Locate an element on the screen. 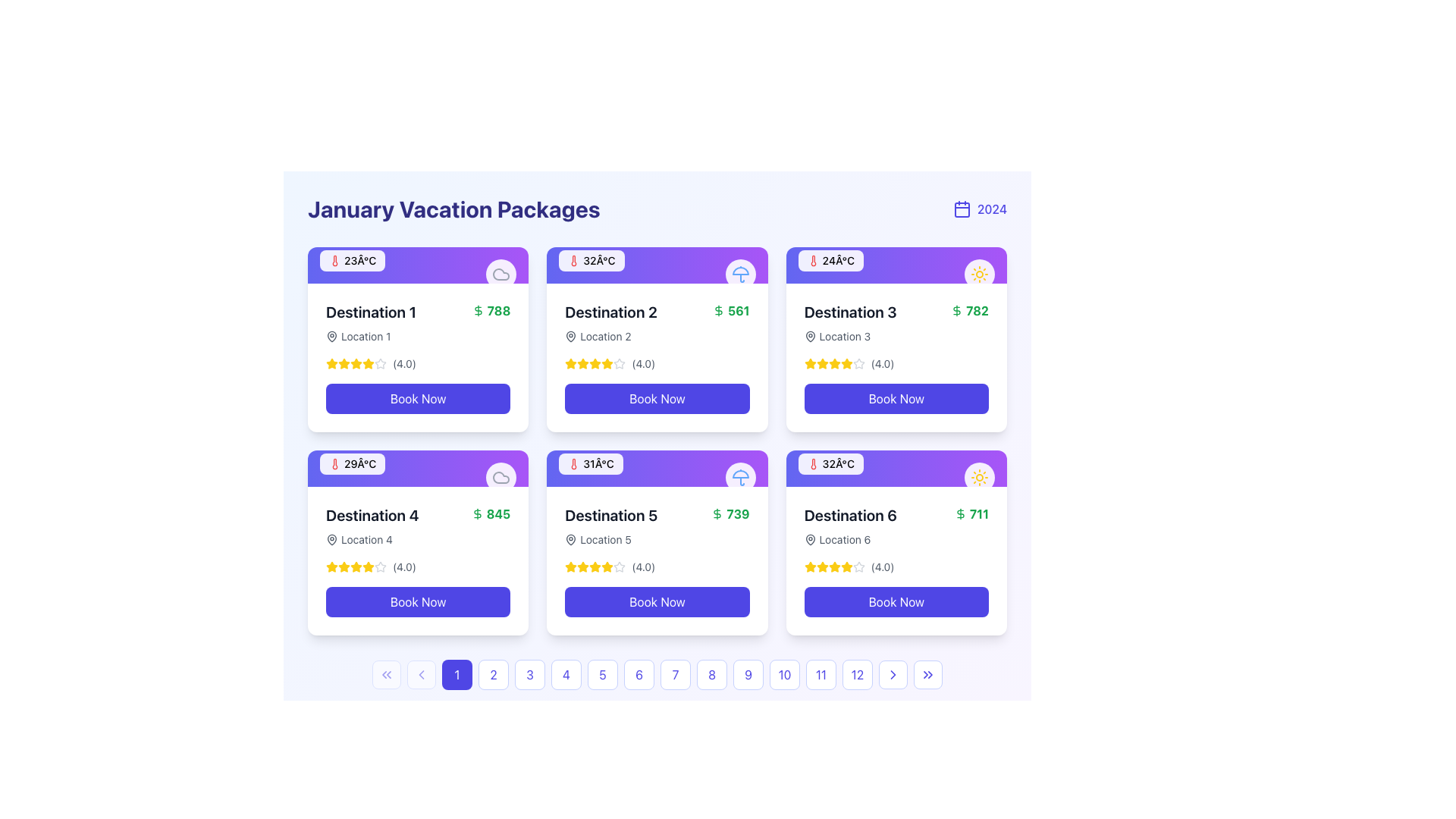  the red thermometer icon indicating high temperature on the 'Destination 6' card, located at the top-left corner adjacent to the displayed temperature of 32°C is located at coordinates (812, 463).